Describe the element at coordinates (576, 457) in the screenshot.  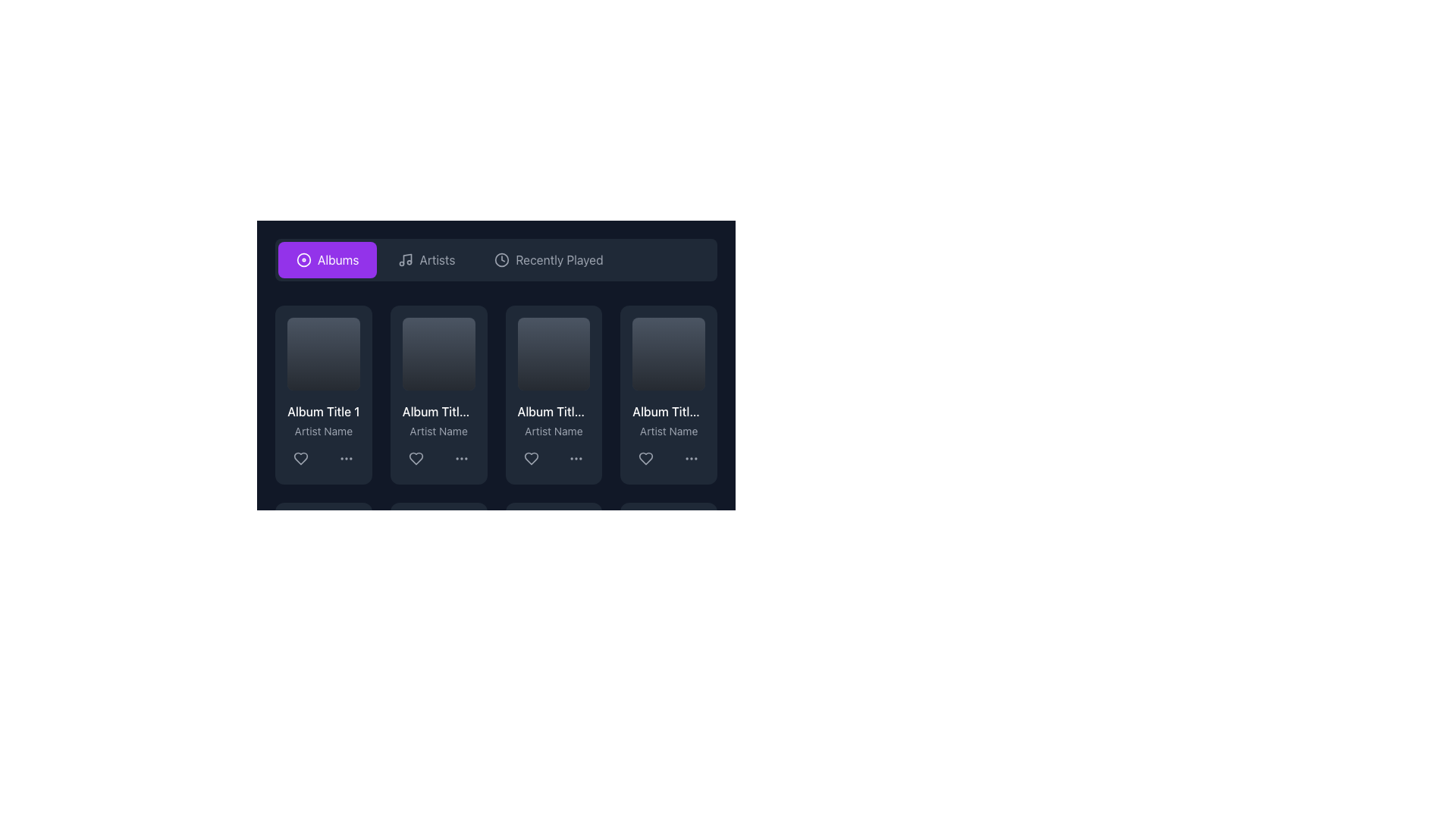
I see `the button with an icon located at the far right of the controls beneath the third album card` at that location.